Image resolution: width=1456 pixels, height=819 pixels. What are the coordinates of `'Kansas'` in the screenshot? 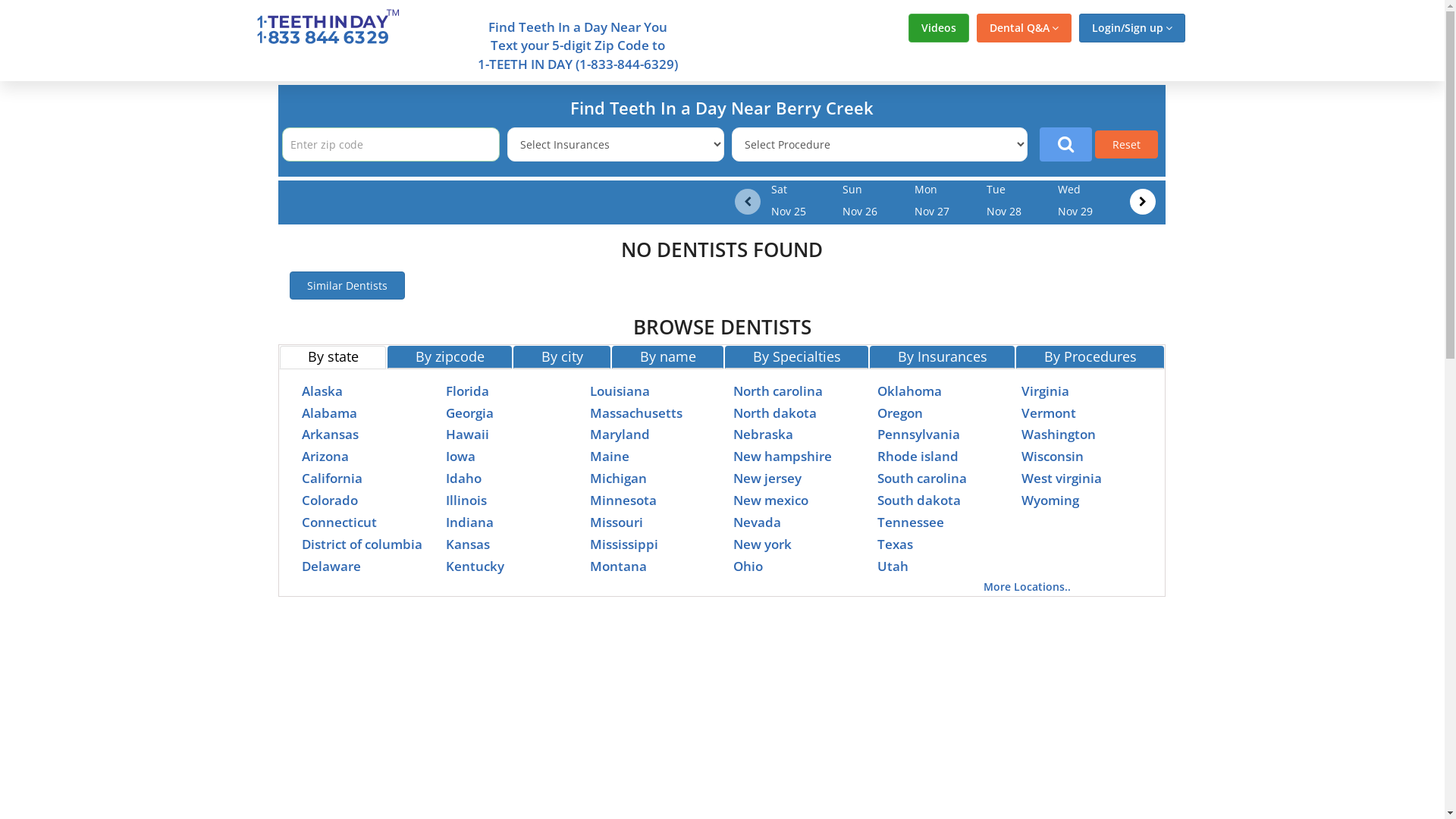 It's located at (467, 543).